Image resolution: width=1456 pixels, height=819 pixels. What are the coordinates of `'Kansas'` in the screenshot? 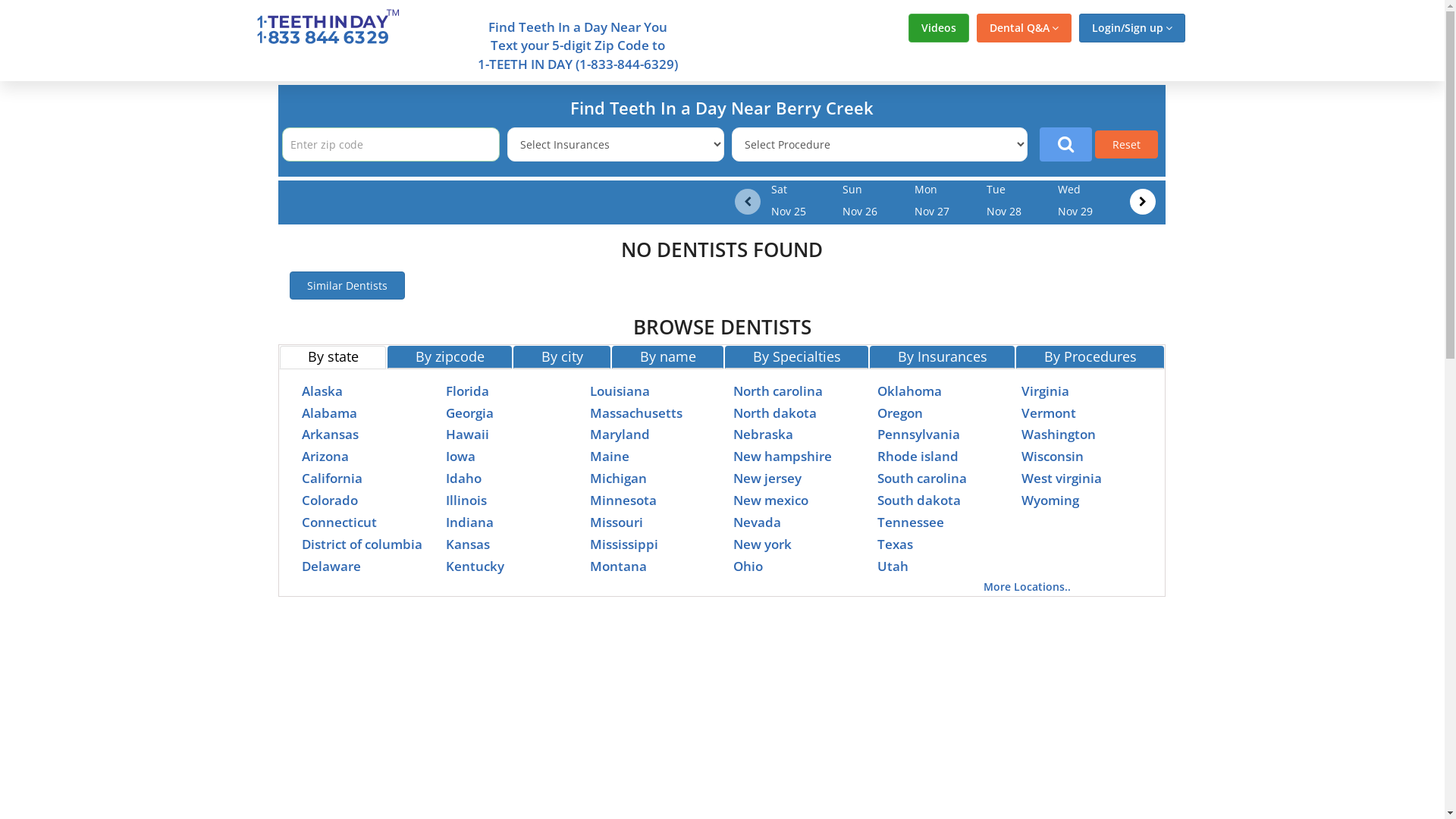 It's located at (467, 543).